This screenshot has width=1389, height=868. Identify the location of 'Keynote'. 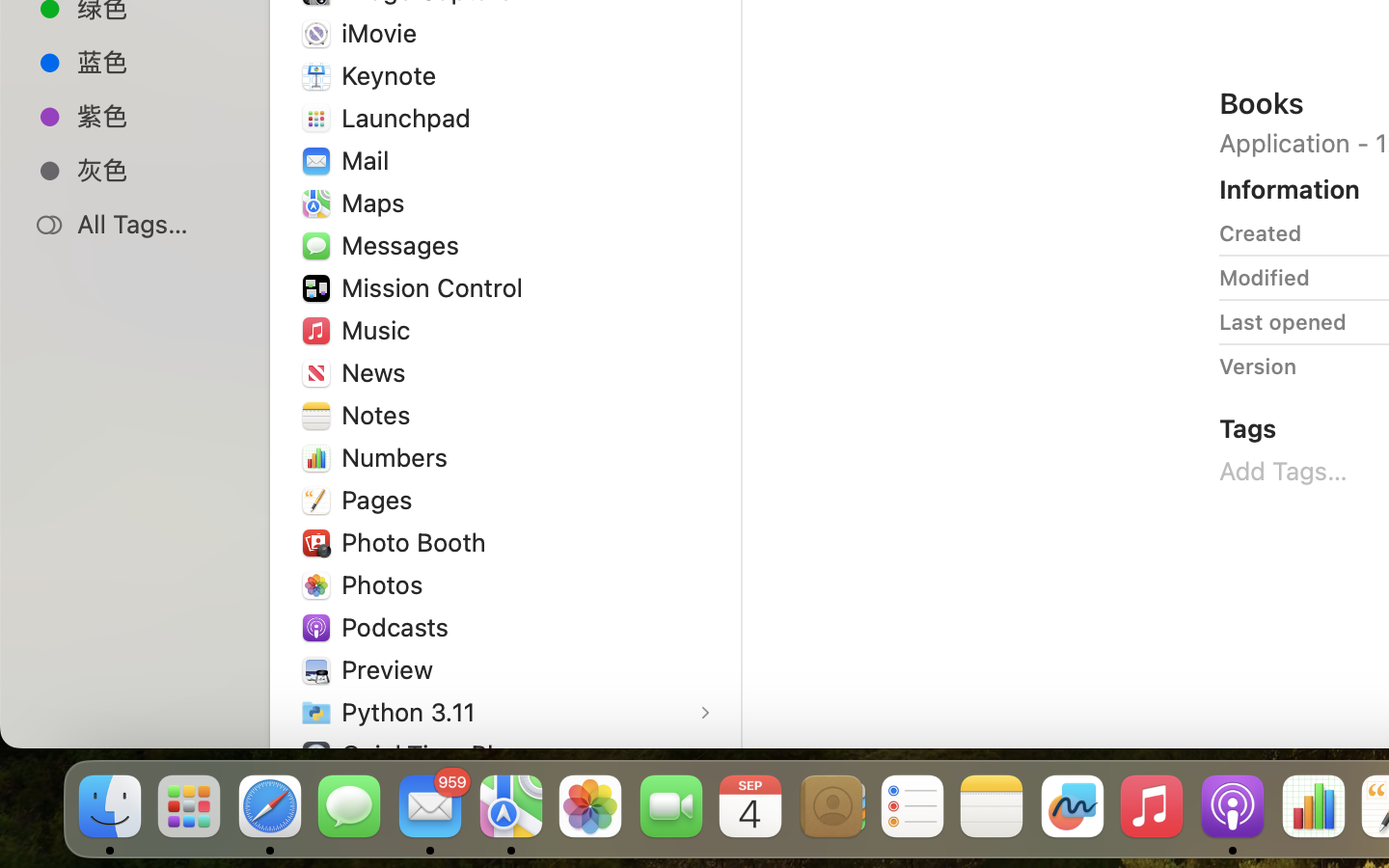
(392, 74).